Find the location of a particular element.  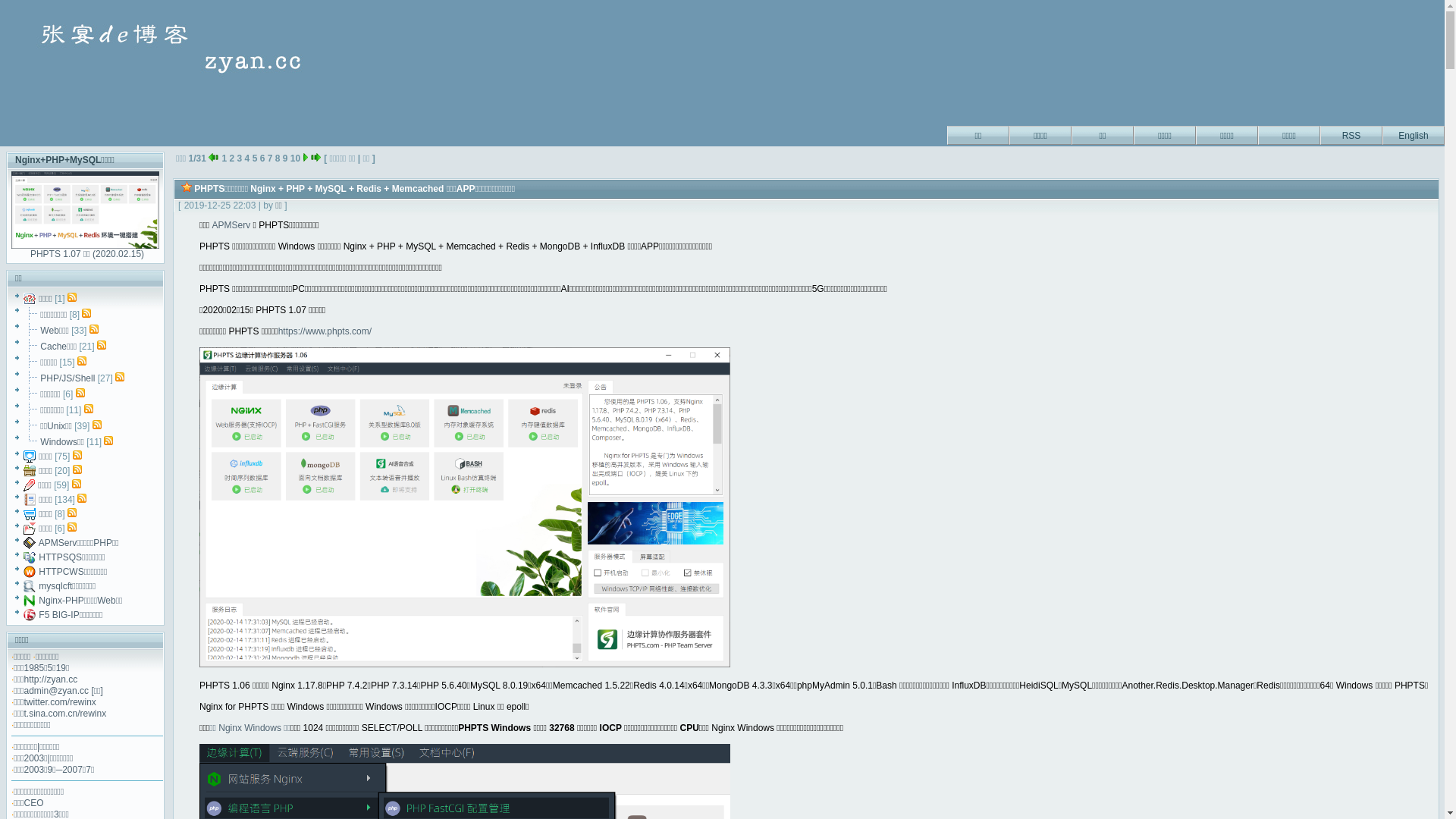

't.sina.com.cn/rewinx' is located at coordinates (64, 714).